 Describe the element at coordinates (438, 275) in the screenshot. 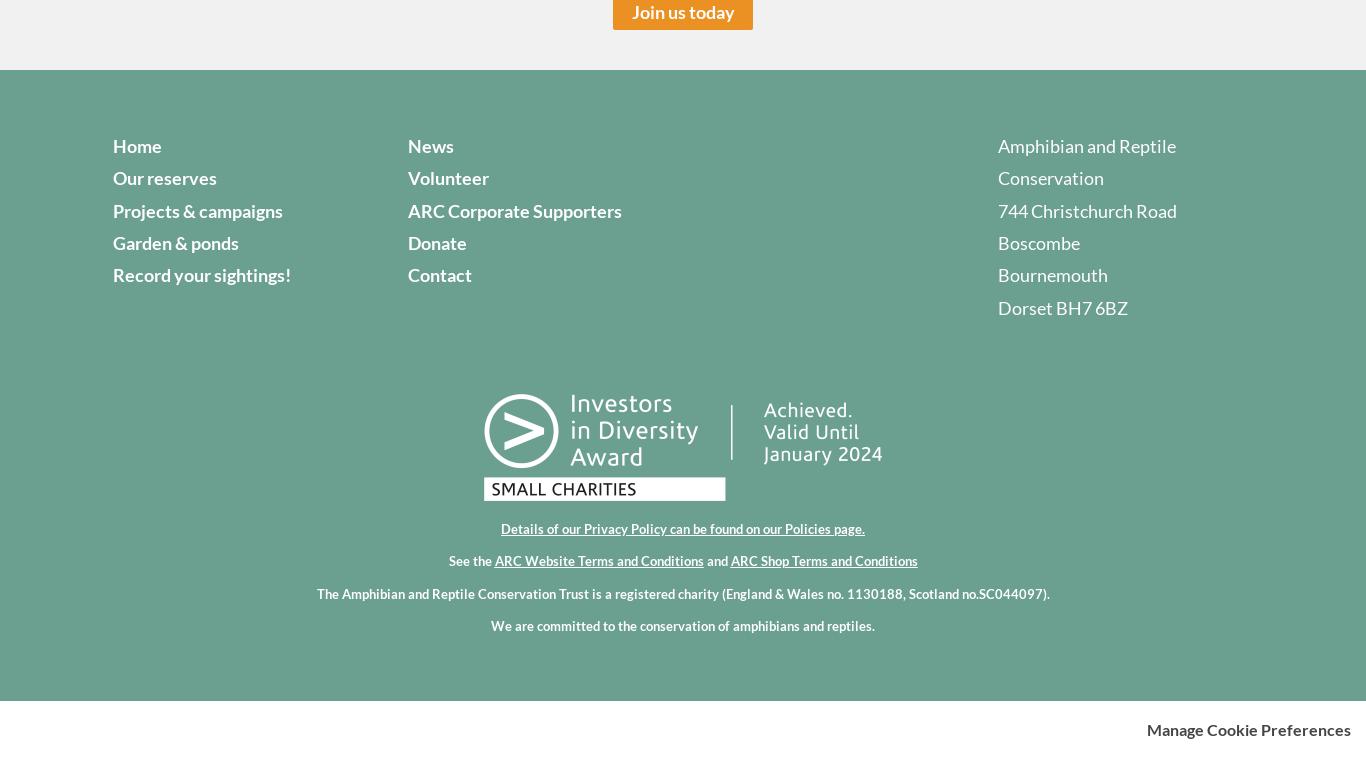

I see `'Contact'` at that location.